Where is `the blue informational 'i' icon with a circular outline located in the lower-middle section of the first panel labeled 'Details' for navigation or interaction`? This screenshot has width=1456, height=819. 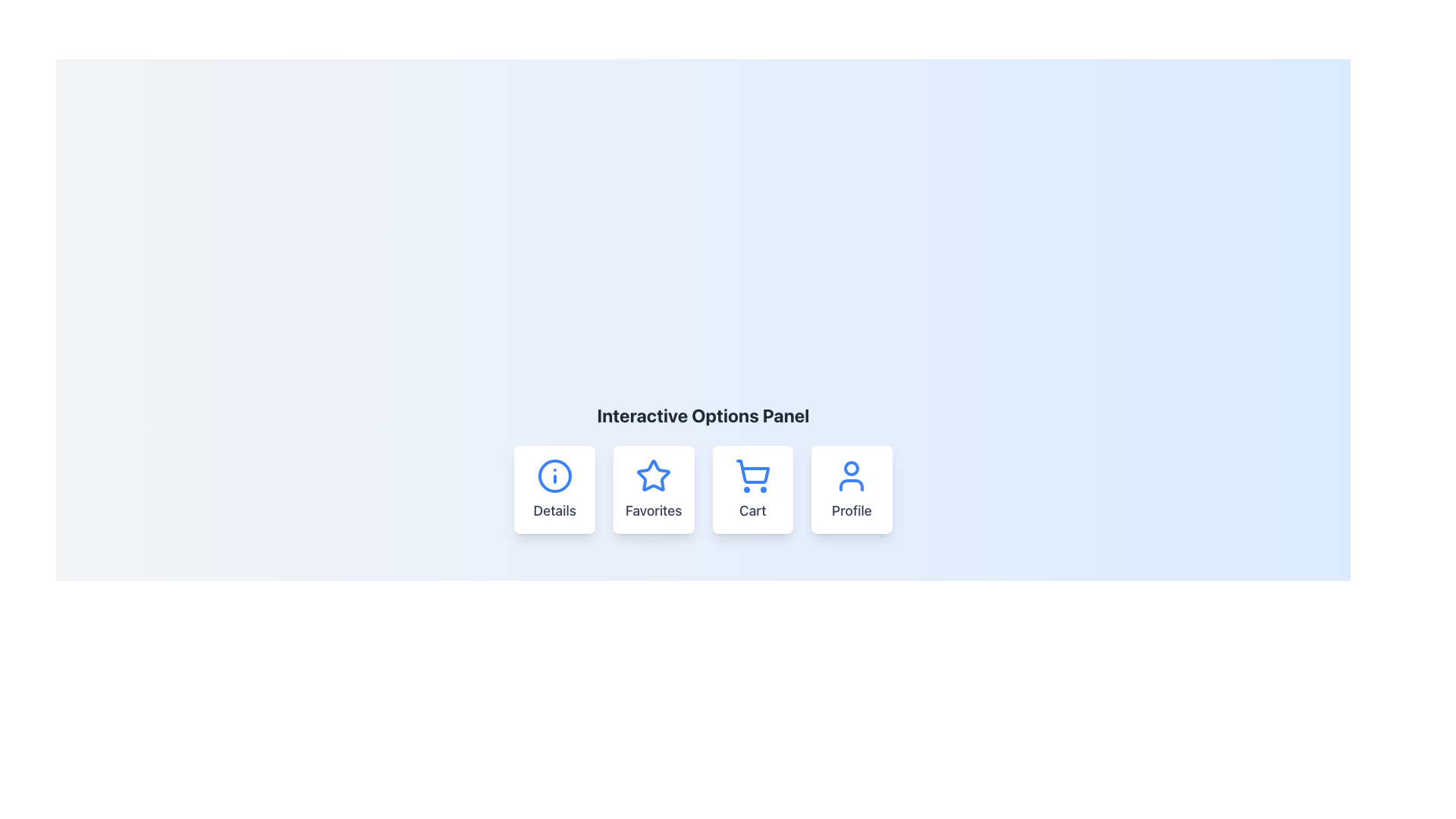
the blue informational 'i' icon with a circular outline located in the lower-middle section of the first panel labeled 'Details' for navigation or interaction is located at coordinates (554, 475).